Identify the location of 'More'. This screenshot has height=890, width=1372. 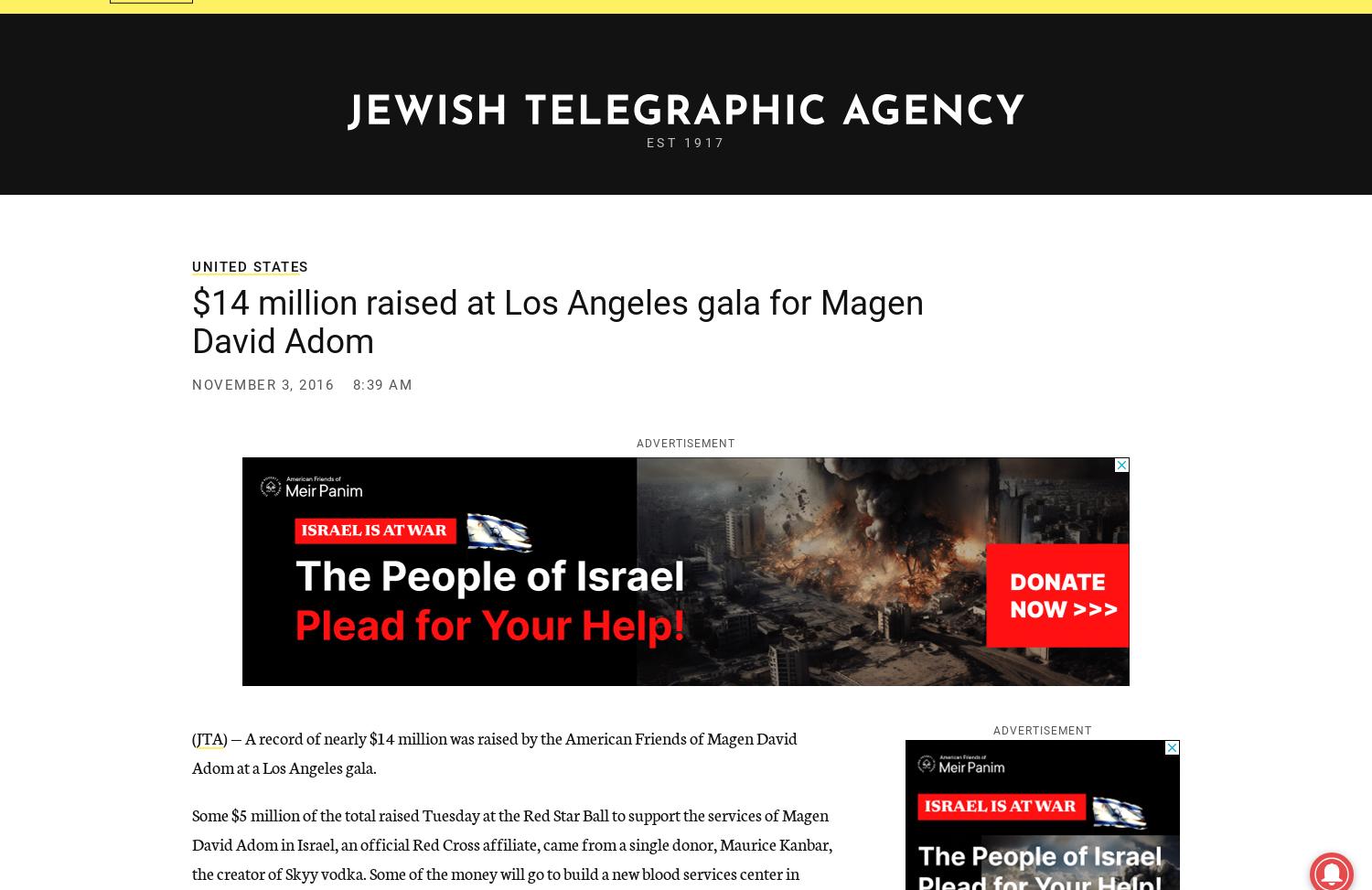
(713, 24).